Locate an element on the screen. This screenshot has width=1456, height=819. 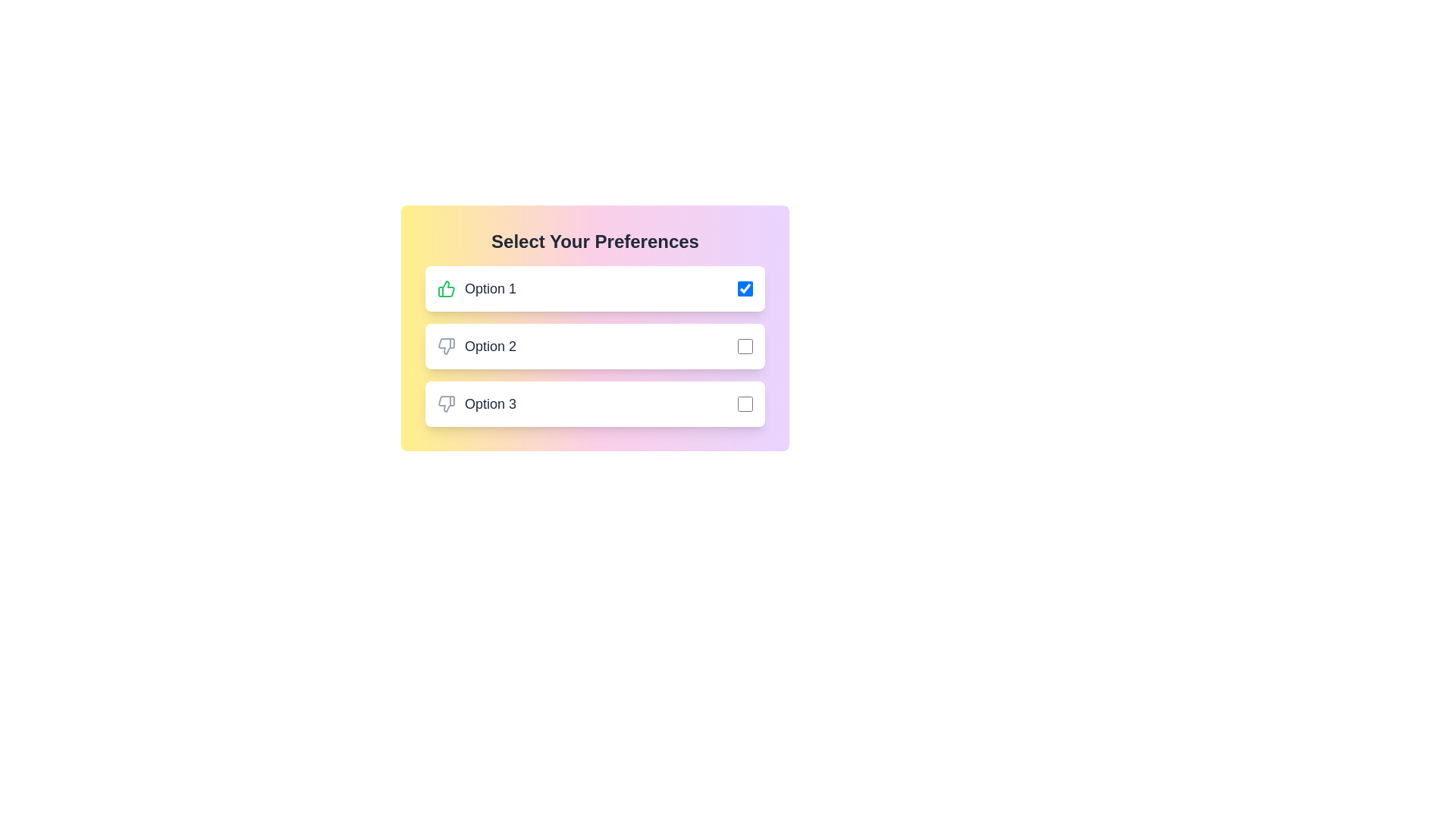
text displayed on the 'Option 1' label, which is styled with a bold font and dark gray color, located centrally between a thumbs-up icon and a checkbox in the first row of selectable preferences is located at coordinates (491, 289).